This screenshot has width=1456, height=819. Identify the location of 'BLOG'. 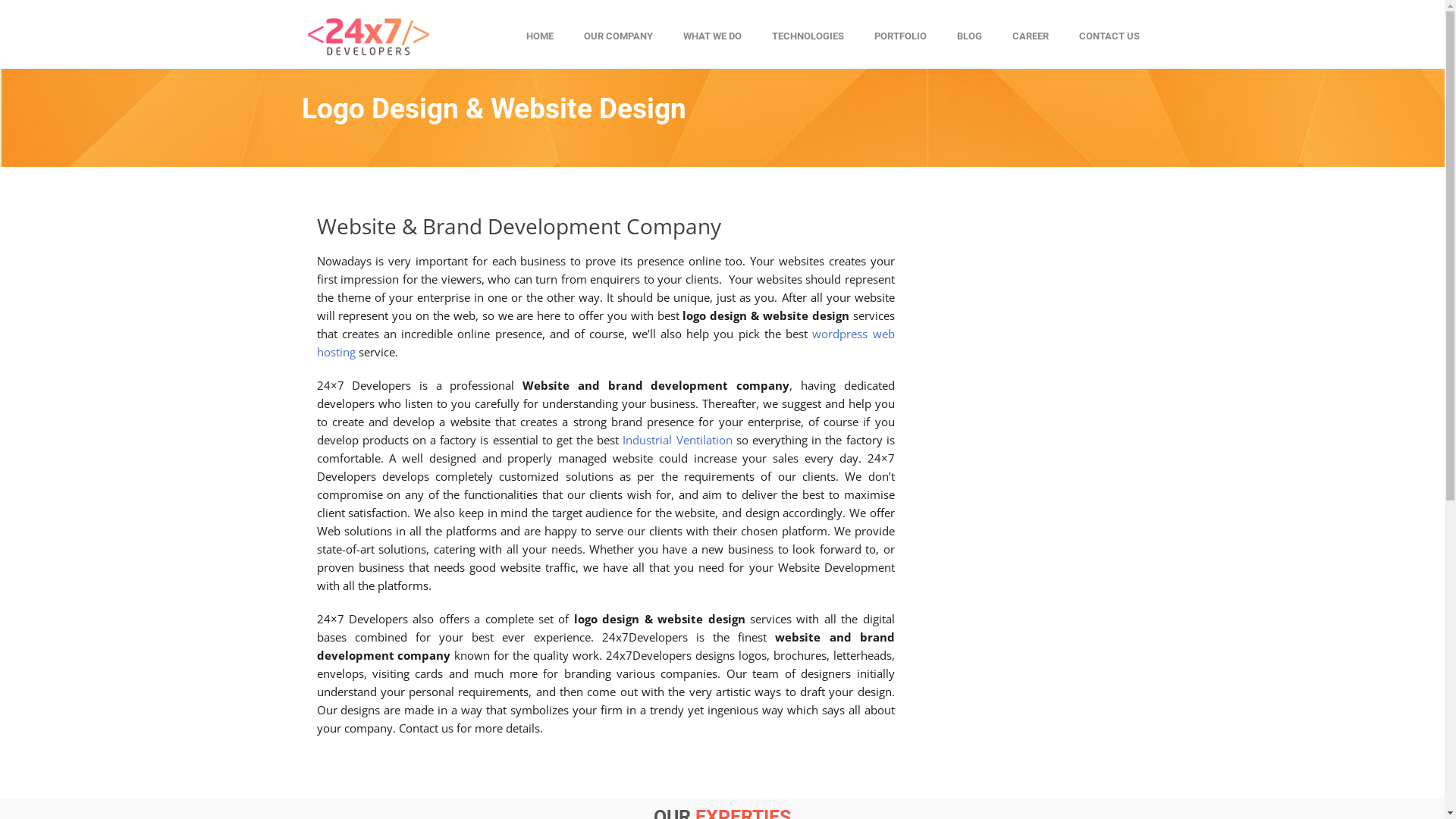
(968, 40).